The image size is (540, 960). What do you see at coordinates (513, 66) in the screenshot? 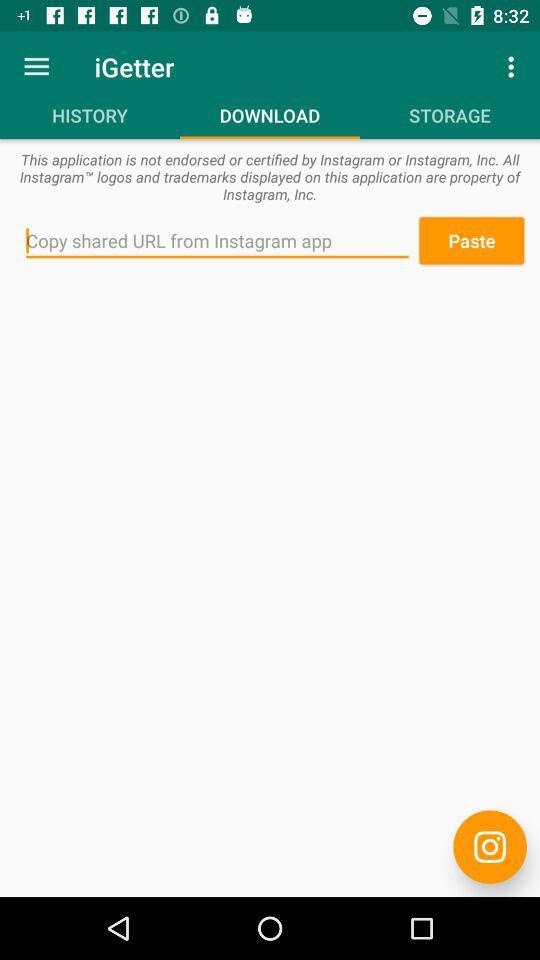
I see `the icon next to the igetter item` at bounding box center [513, 66].